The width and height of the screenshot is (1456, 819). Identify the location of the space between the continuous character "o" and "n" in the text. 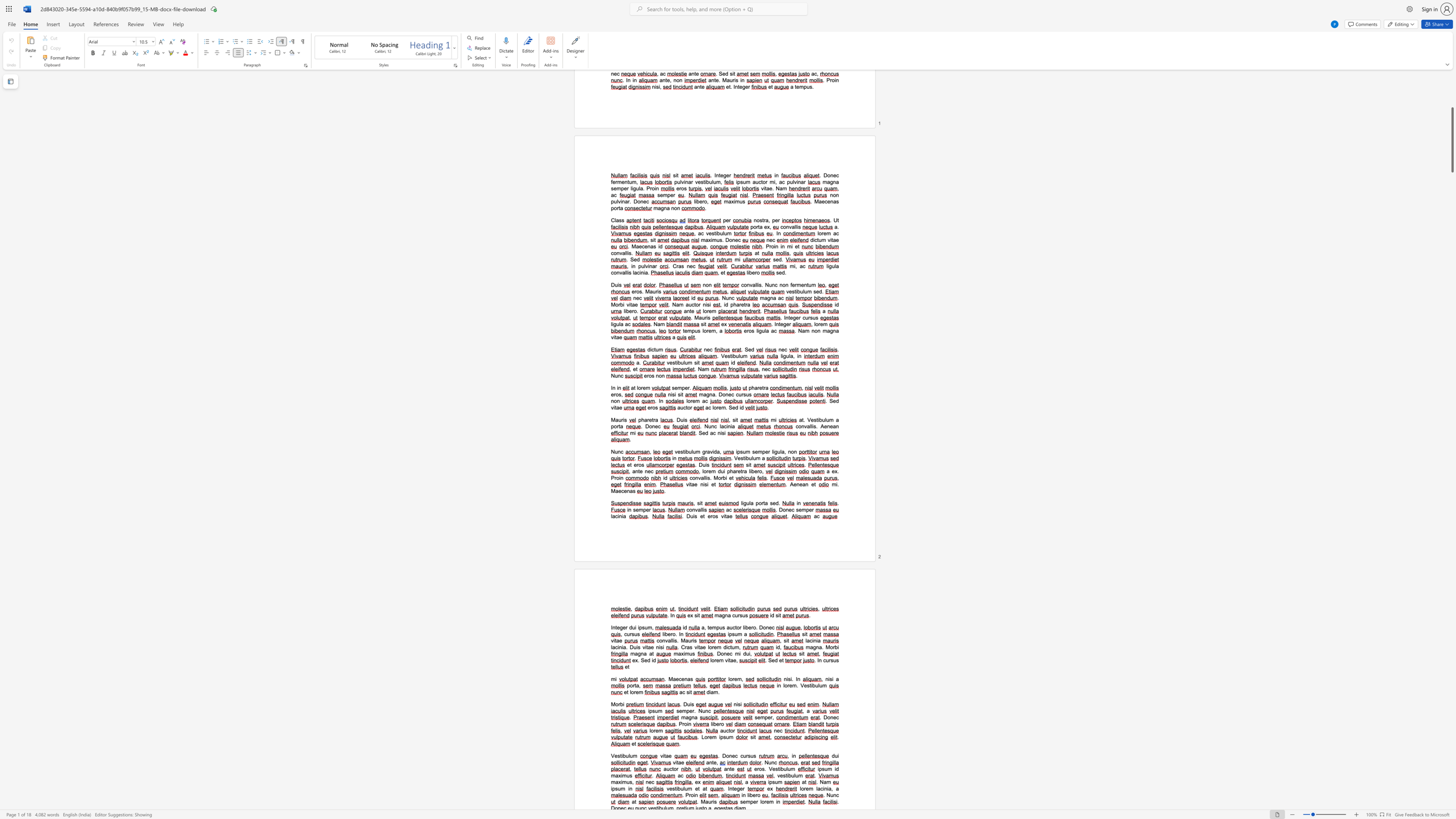
(695, 478).